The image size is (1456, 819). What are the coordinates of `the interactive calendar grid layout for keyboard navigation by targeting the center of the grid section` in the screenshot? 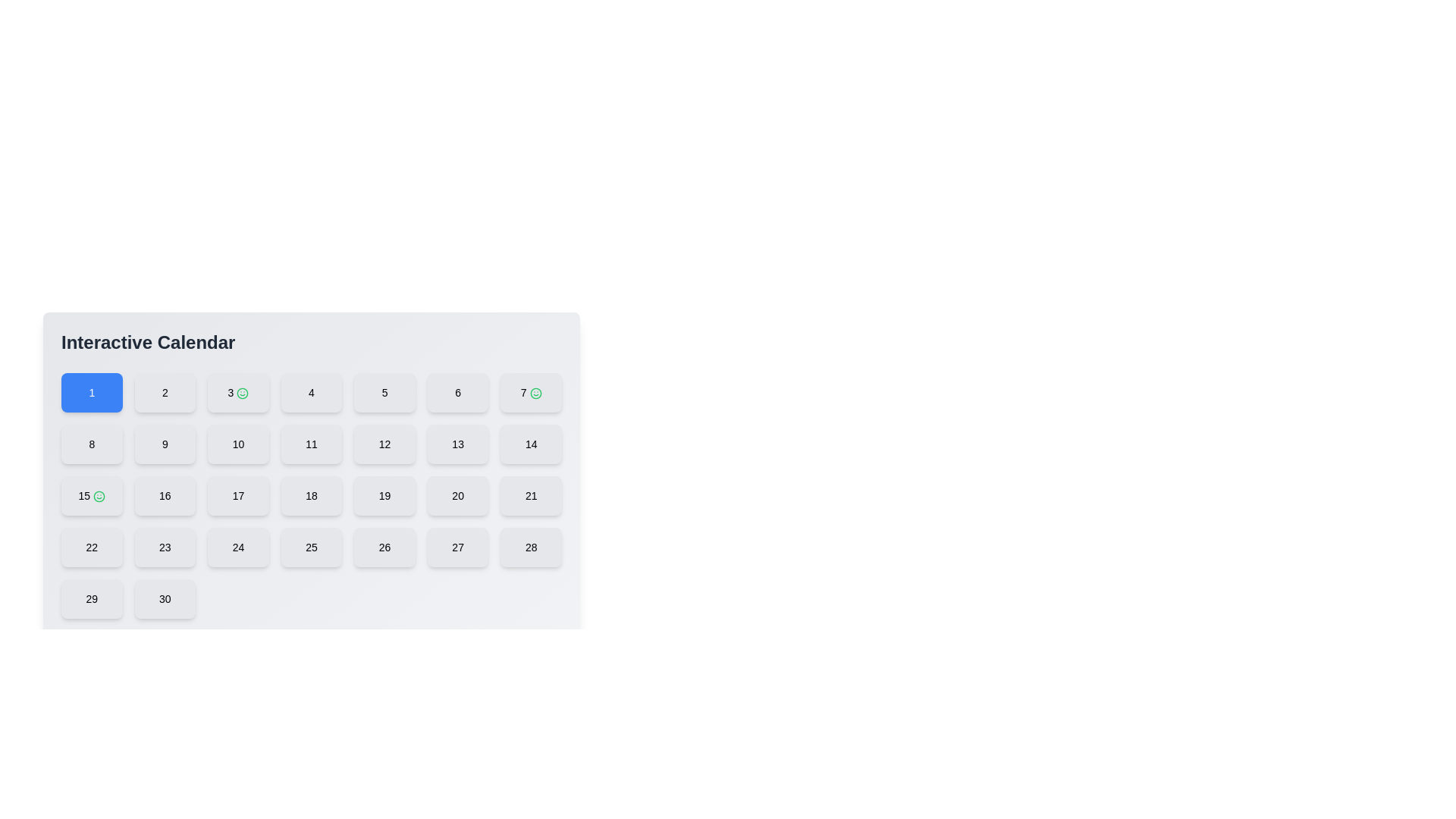 It's located at (311, 496).